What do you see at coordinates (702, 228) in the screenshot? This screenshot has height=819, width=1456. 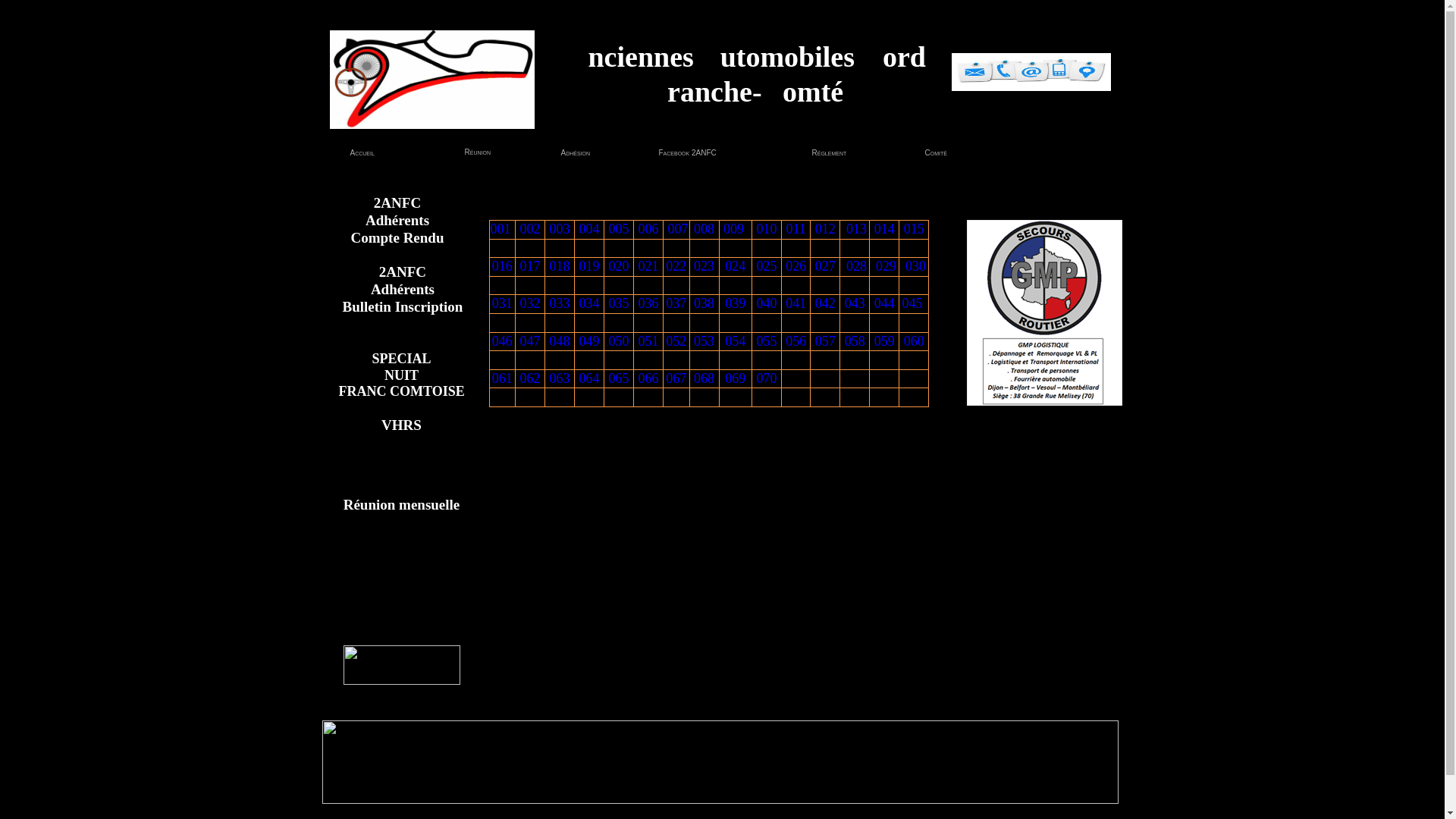 I see `' 008 '` at bounding box center [702, 228].